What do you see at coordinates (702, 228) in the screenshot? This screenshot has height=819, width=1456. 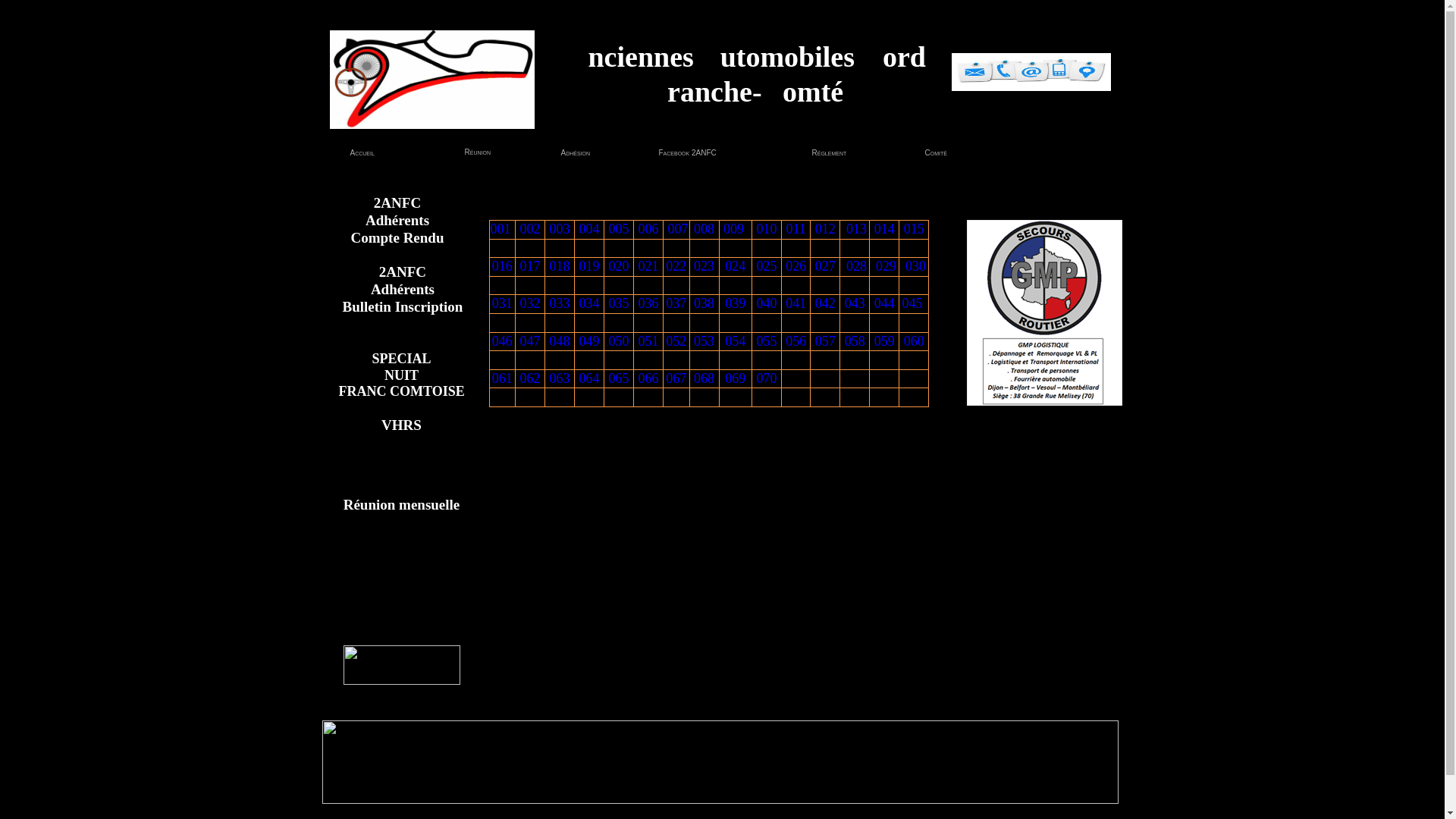 I see `' 008 '` at bounding box center [702, 228].